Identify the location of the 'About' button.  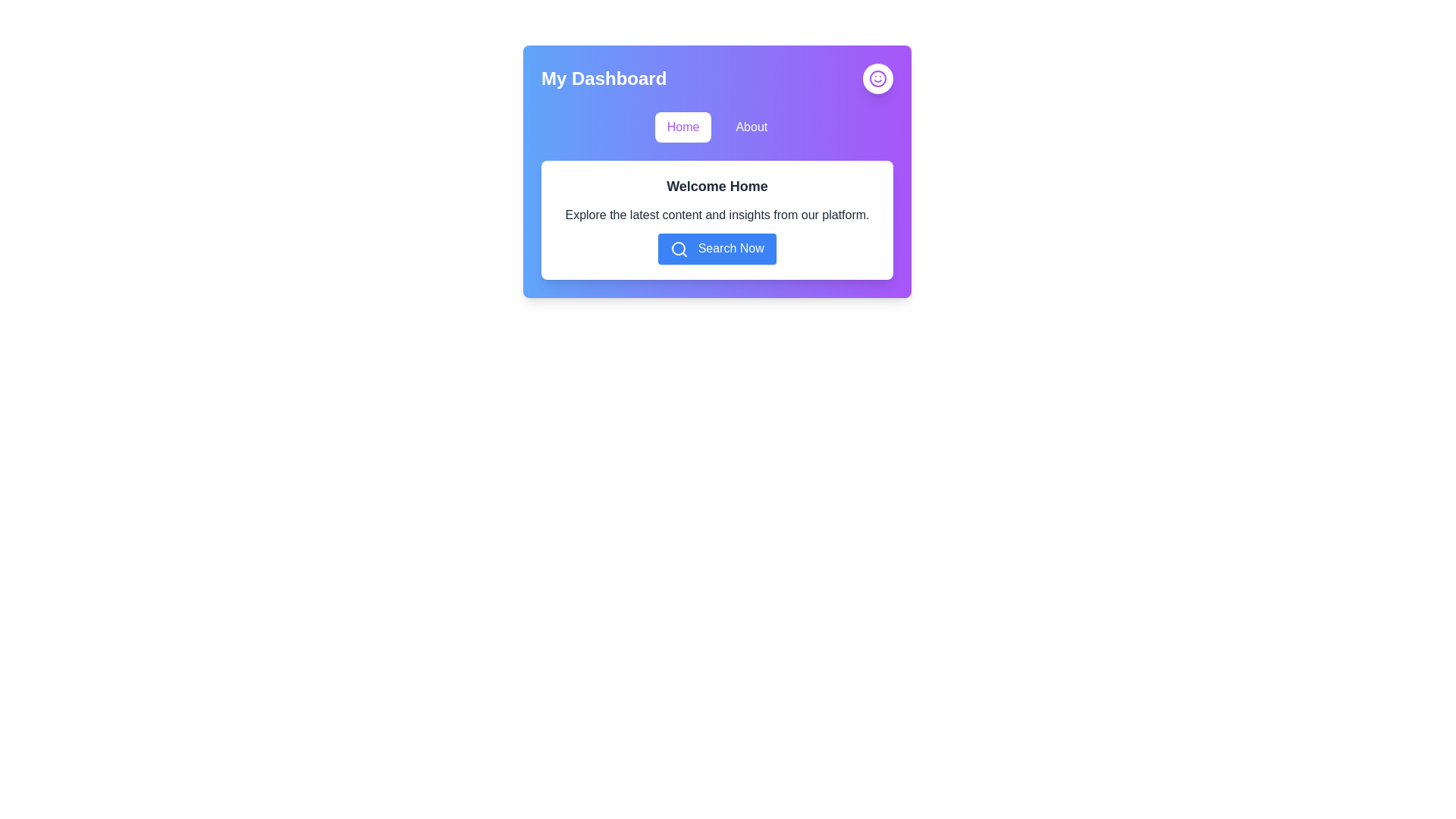
(752, 127).